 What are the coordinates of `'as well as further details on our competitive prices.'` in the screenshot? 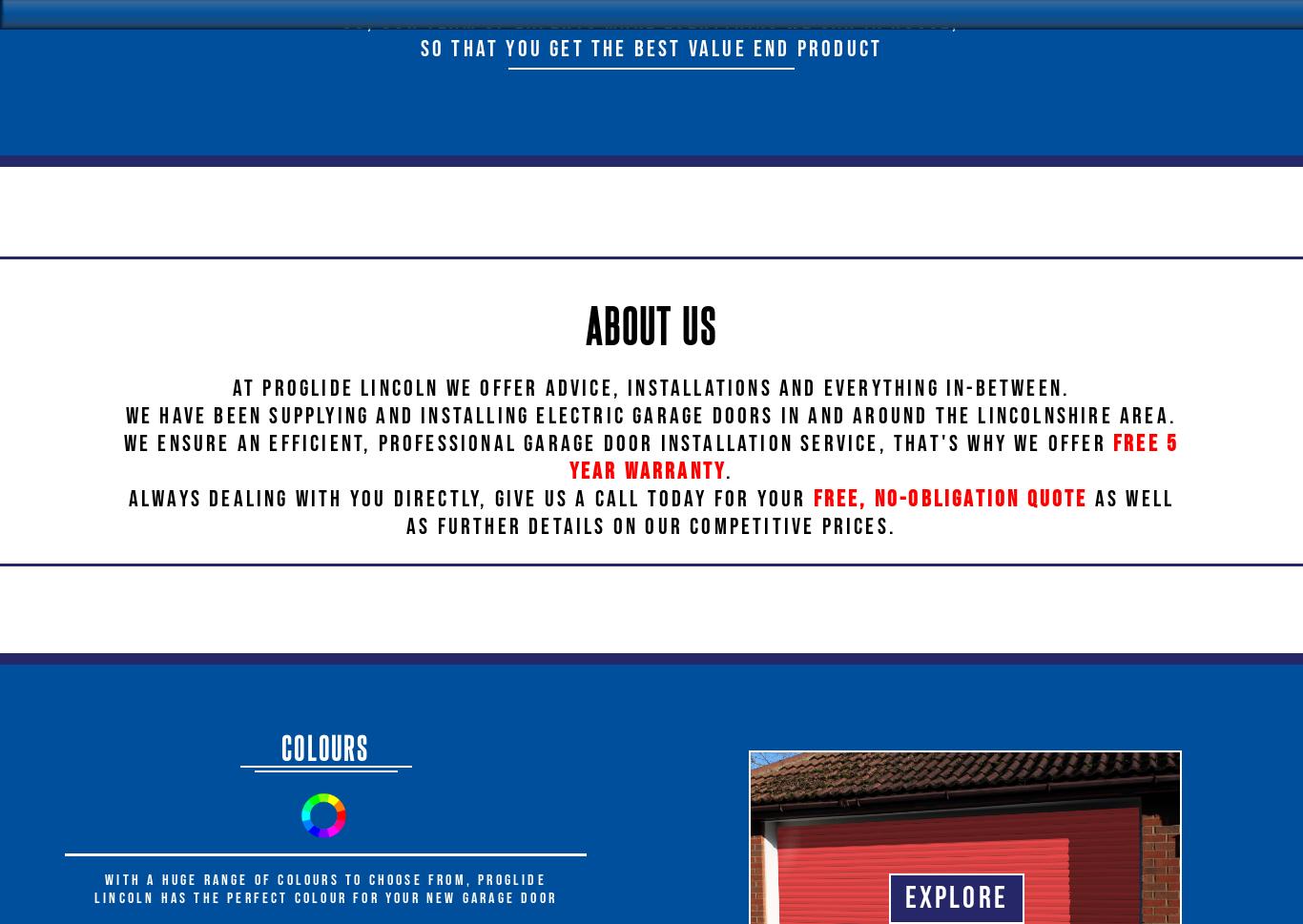 It's located at (403, 512).